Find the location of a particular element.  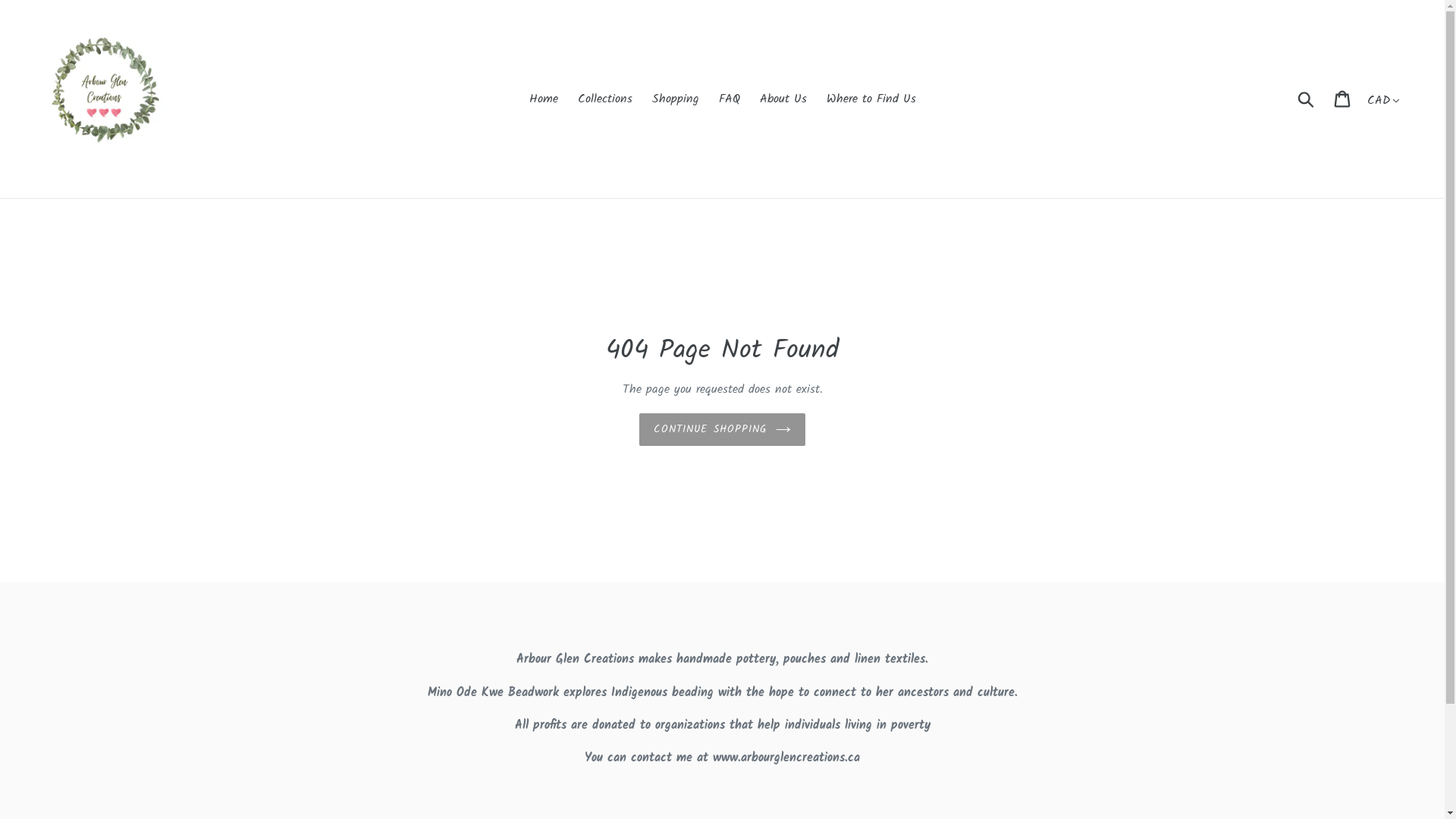

'CONTINUE SHOPPING' is located at coordinates (720, 429).